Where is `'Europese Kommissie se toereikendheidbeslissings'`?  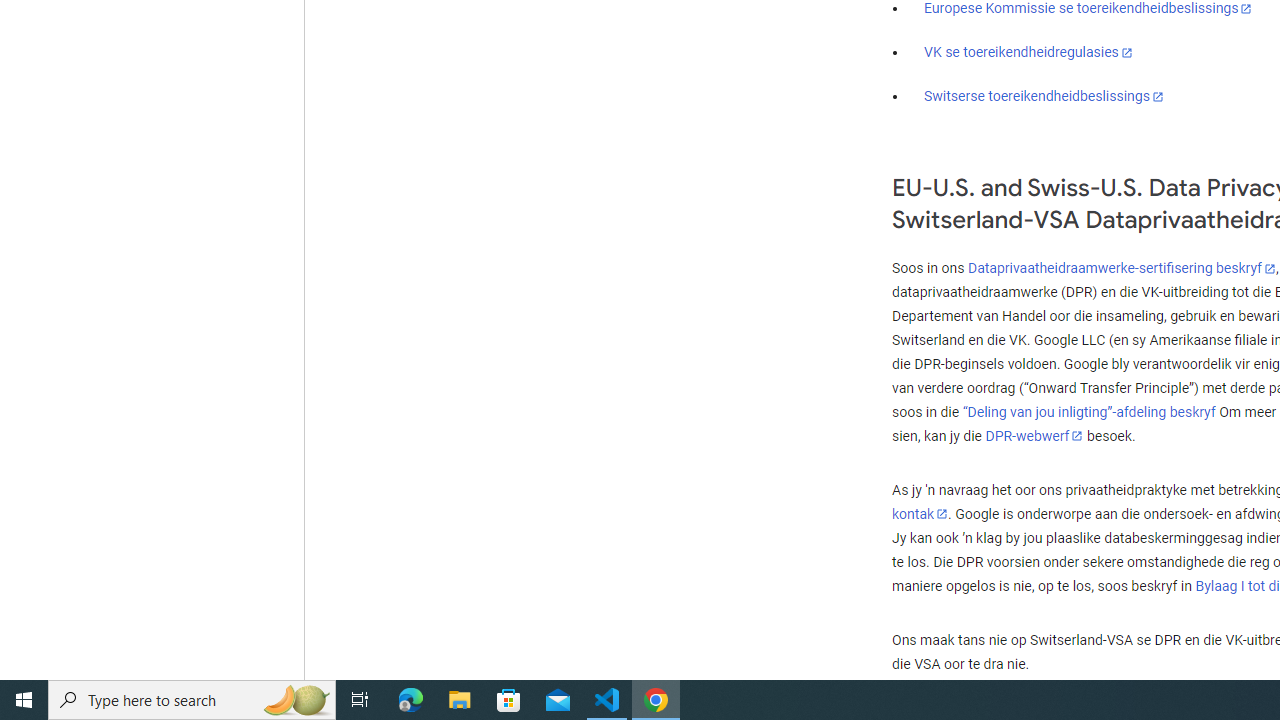 'Europese Kommissie se toereikendheidbeslissings' is located at coordinates (1087, 9).